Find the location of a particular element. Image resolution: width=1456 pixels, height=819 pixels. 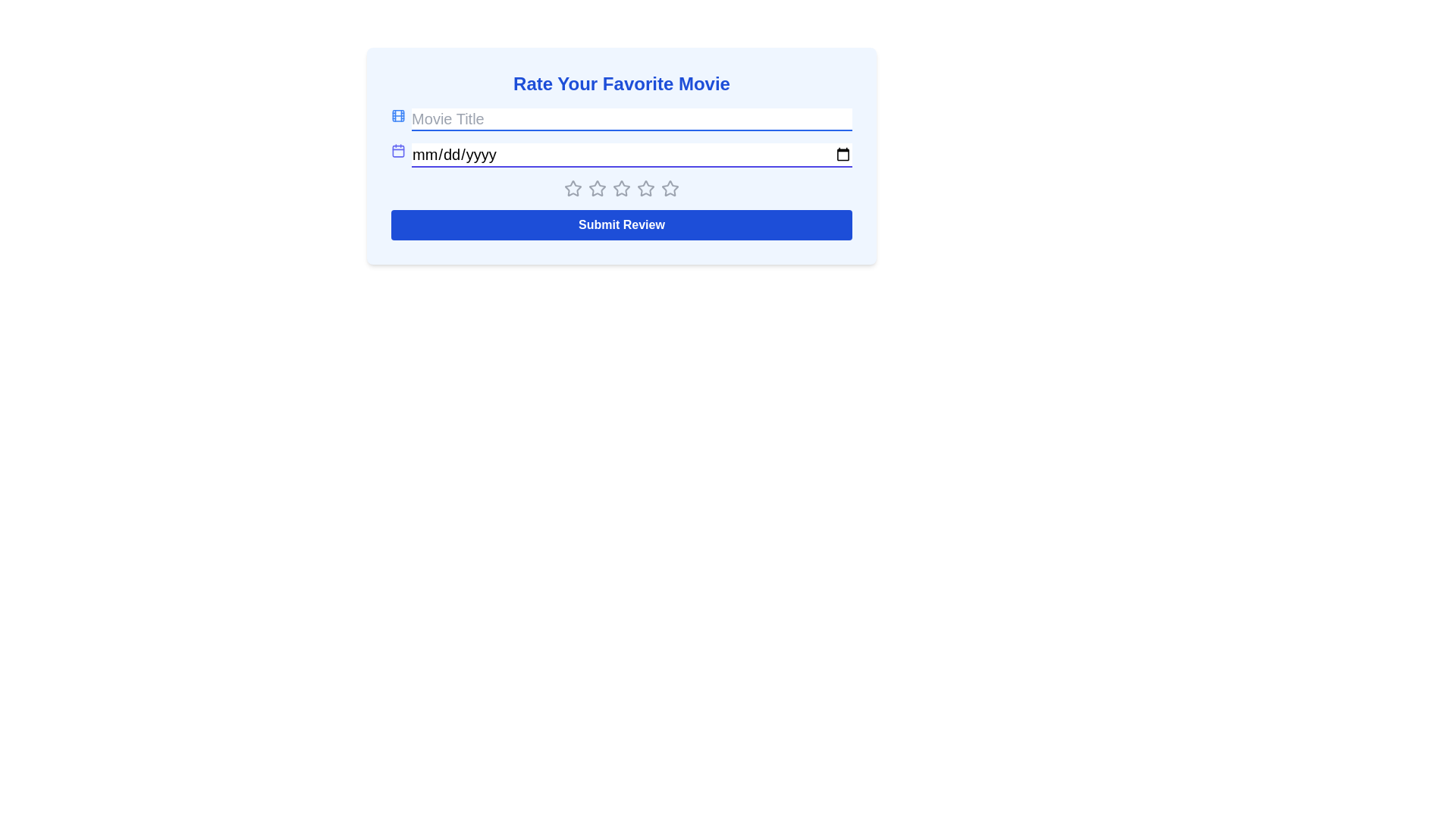

the release date input field to activate the date picker is located at coordinates (632, 155).